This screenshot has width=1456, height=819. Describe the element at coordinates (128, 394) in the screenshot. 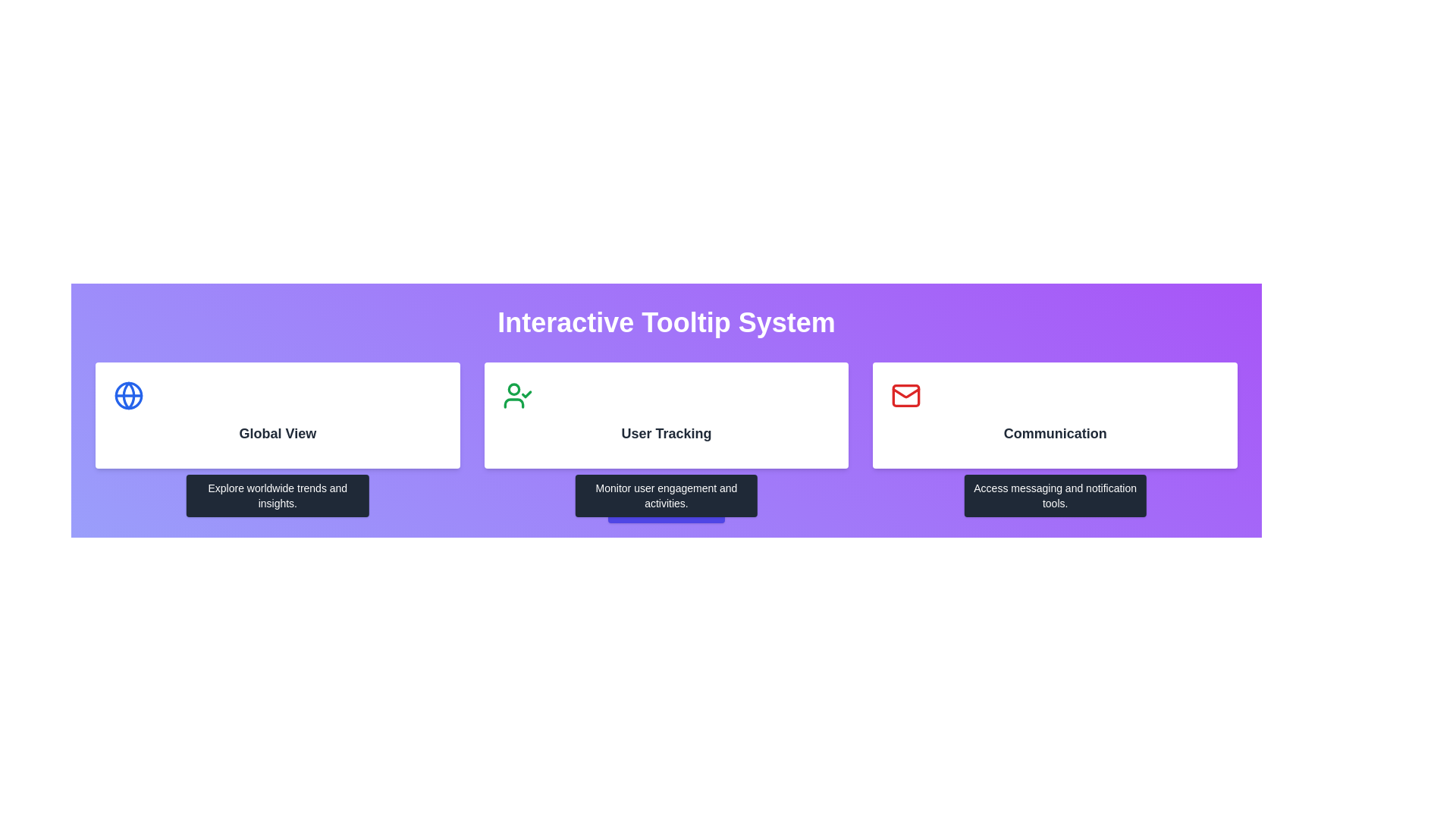

I see `the SVG Circle element that is centrally located within the globe icon on the left side of the layout` at that location.